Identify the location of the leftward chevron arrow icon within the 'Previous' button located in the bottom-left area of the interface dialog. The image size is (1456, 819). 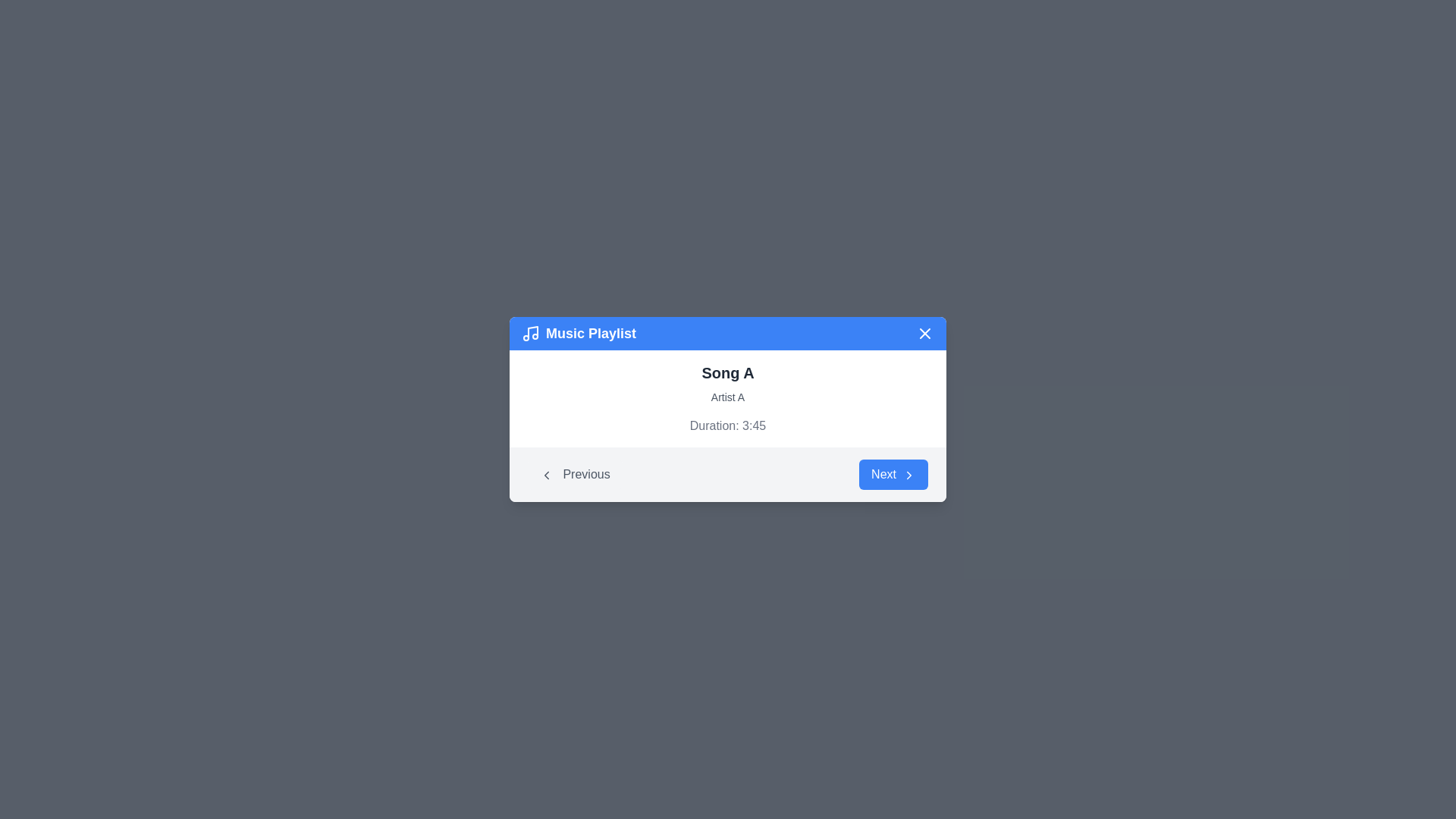
(546, 473).